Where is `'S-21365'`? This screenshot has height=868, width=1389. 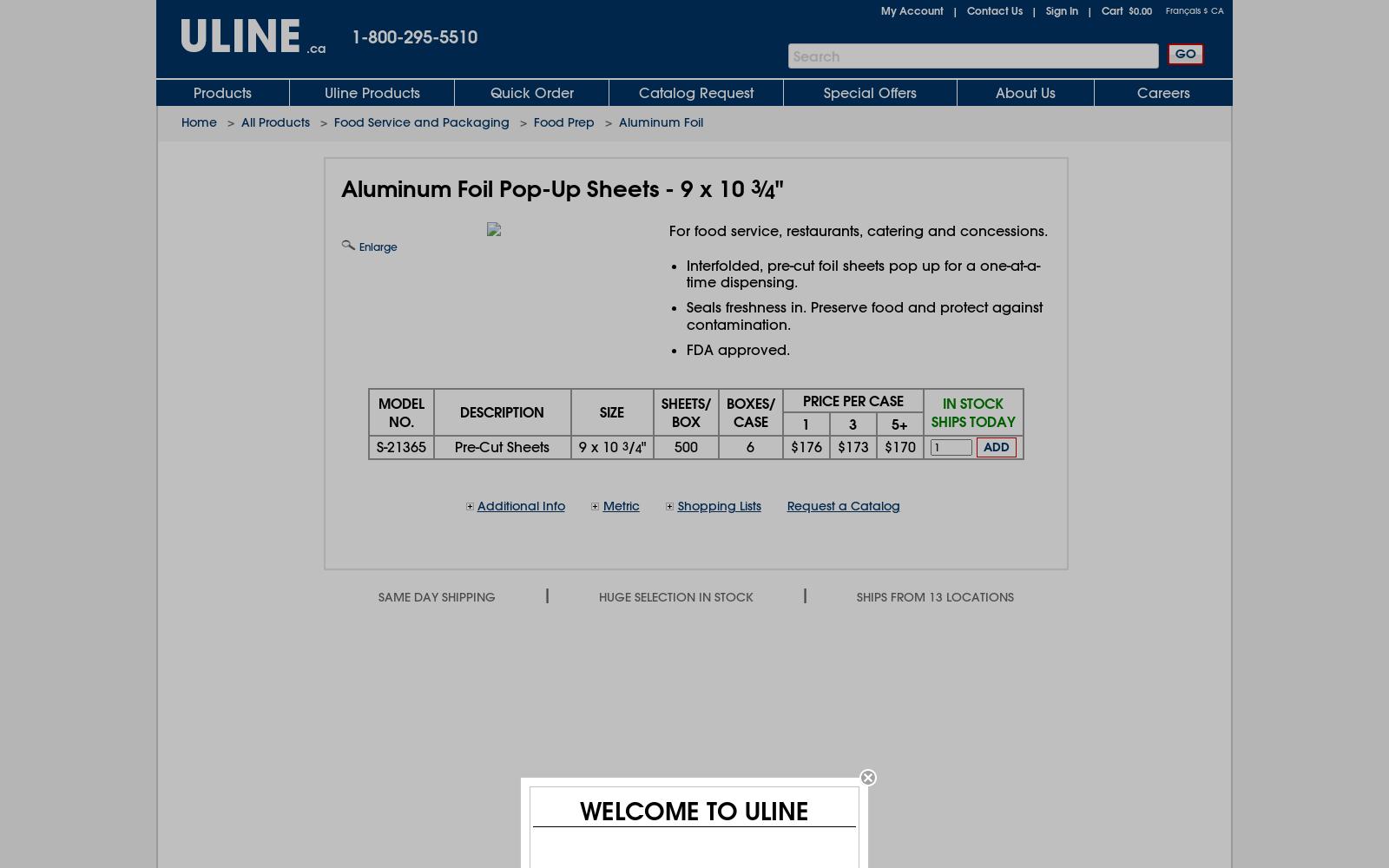
'S-21365' is located at coordinates (375, 447).